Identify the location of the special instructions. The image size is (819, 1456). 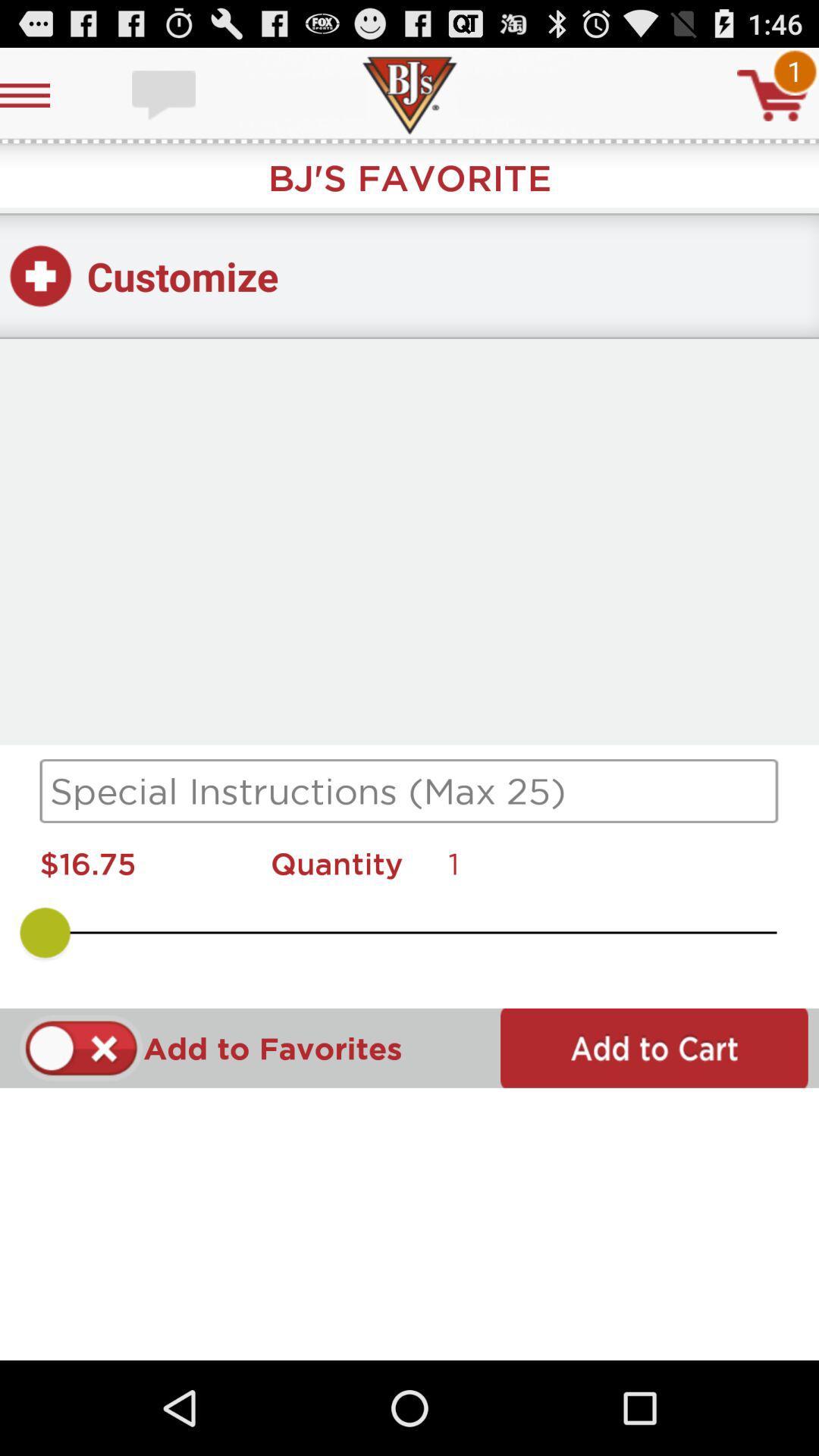
(409, 790).